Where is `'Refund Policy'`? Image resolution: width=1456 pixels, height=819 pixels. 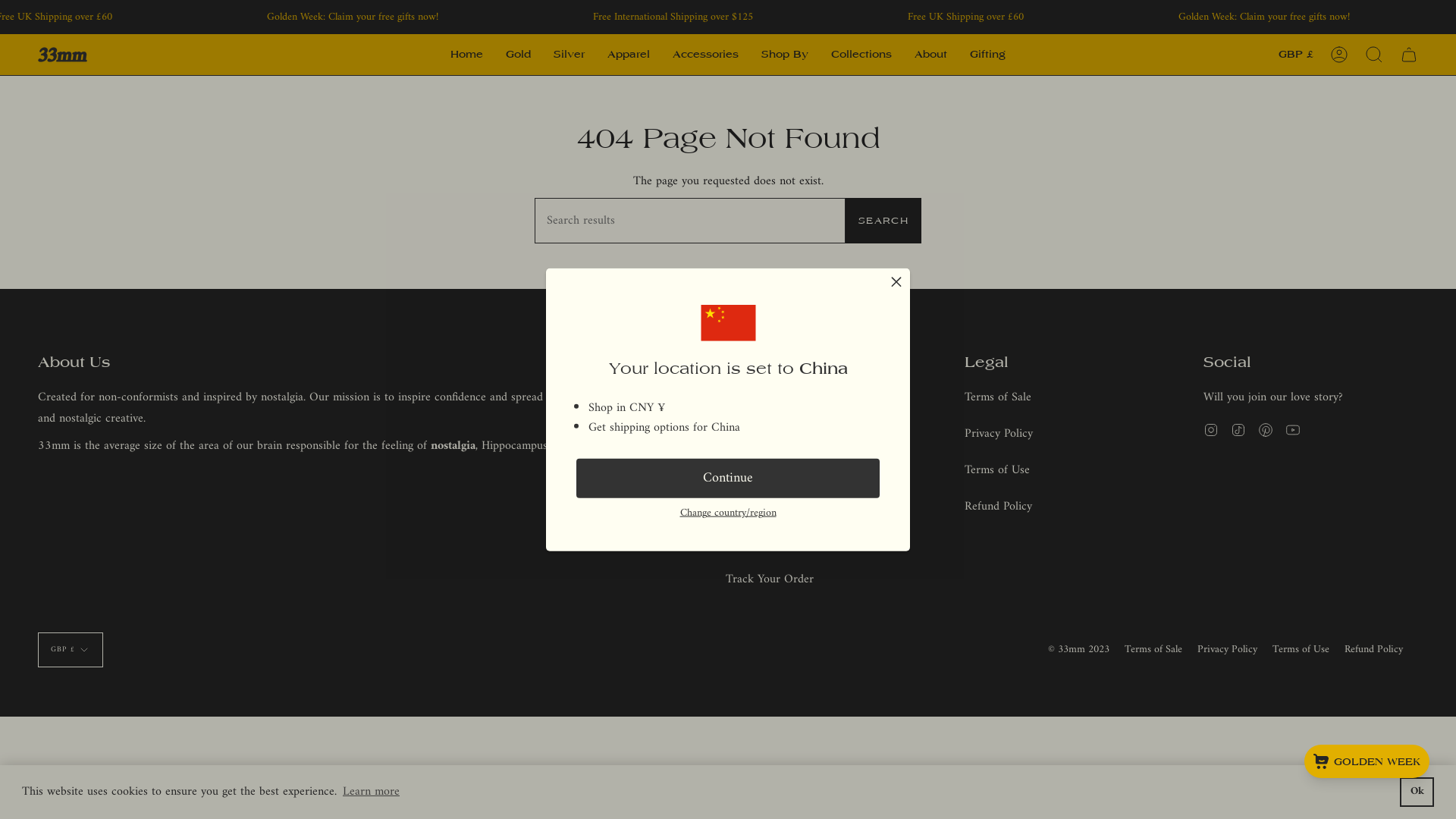 'Refund Policy' is located at coordinates (1344, 648).